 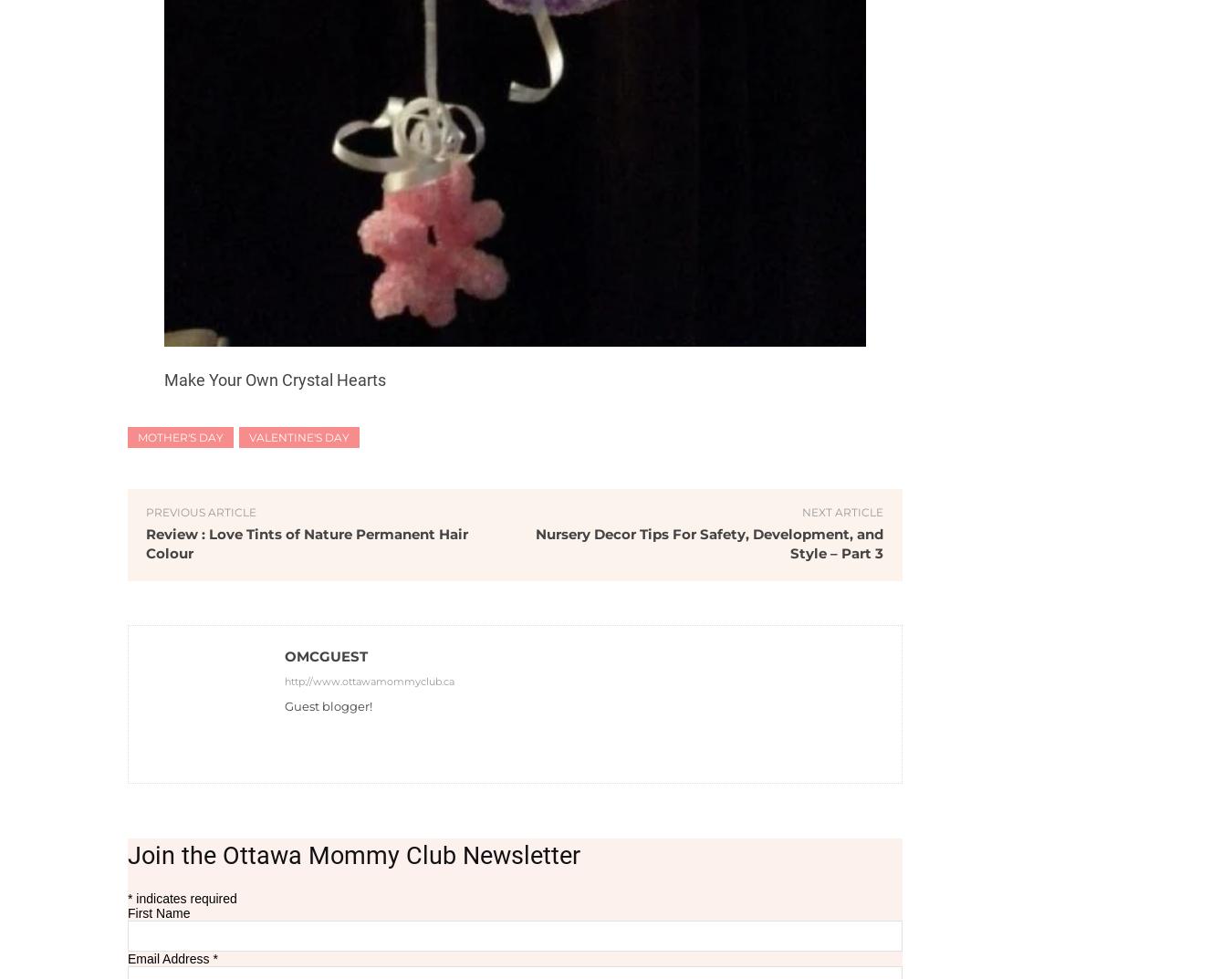 What do you see at coordinates (159, 911) in the screenshot?
I see `'First Name'` at bounding box center [159, 911].